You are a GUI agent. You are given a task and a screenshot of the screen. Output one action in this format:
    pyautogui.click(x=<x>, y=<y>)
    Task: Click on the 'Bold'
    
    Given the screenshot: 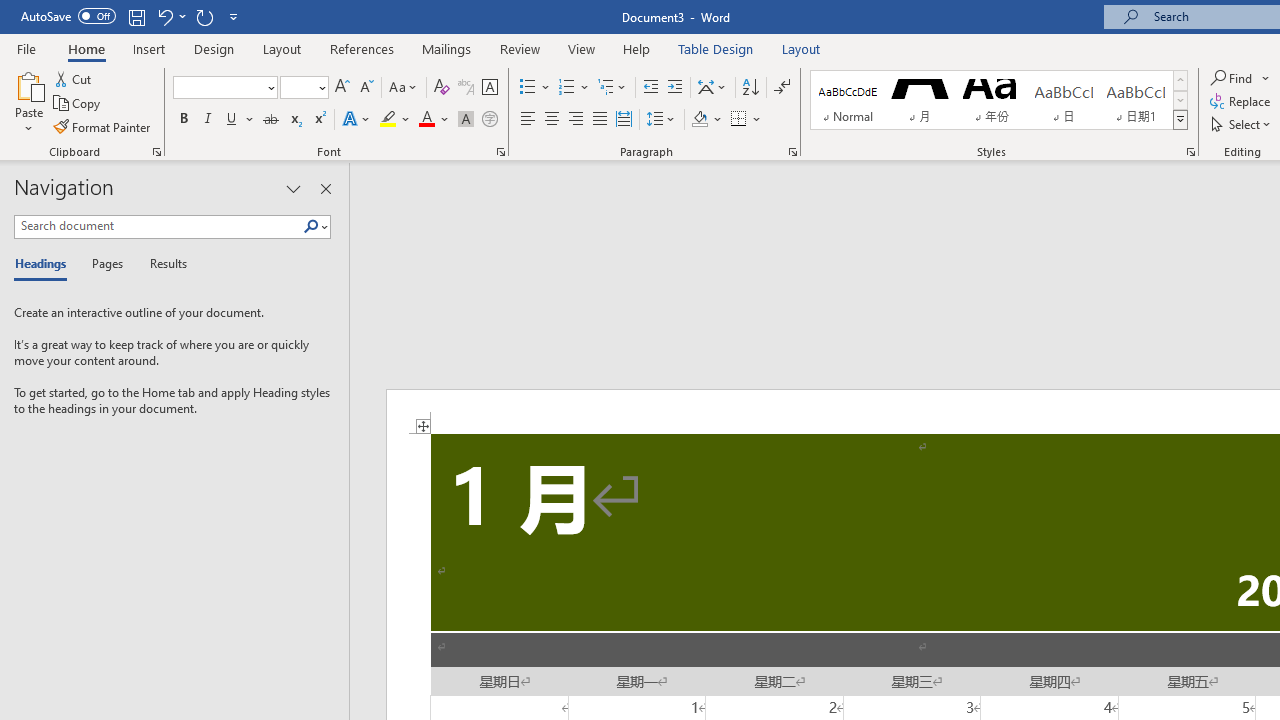 What is the action you would take?
    pyautogui.click(x=183, y=119)
    